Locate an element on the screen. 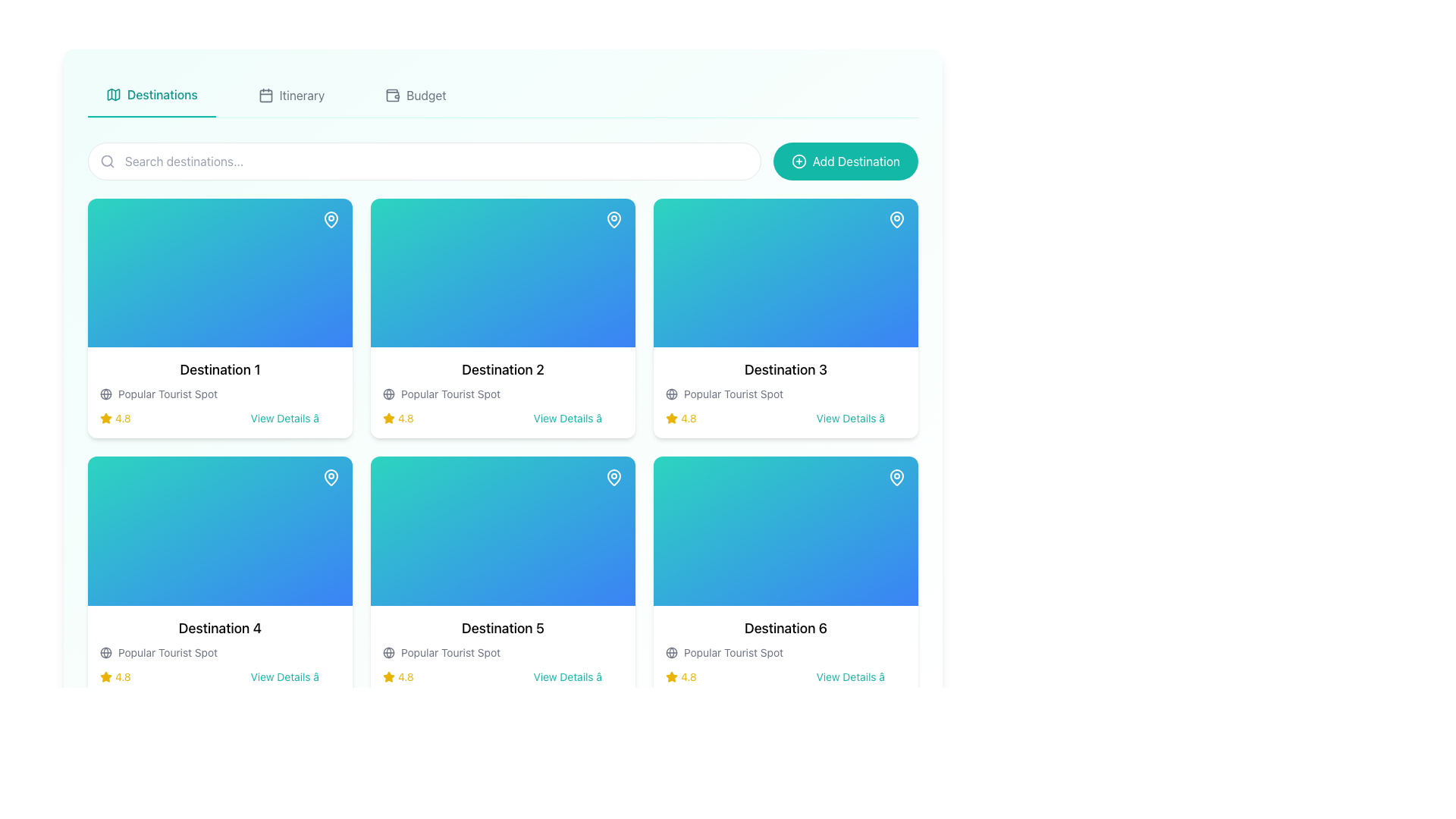  the text label displaying '4.8' in bold yellow font, which is located at the bottom-left of the 'Destination 3' card, adjacent to a star icon is located at coordinates (688, 419).